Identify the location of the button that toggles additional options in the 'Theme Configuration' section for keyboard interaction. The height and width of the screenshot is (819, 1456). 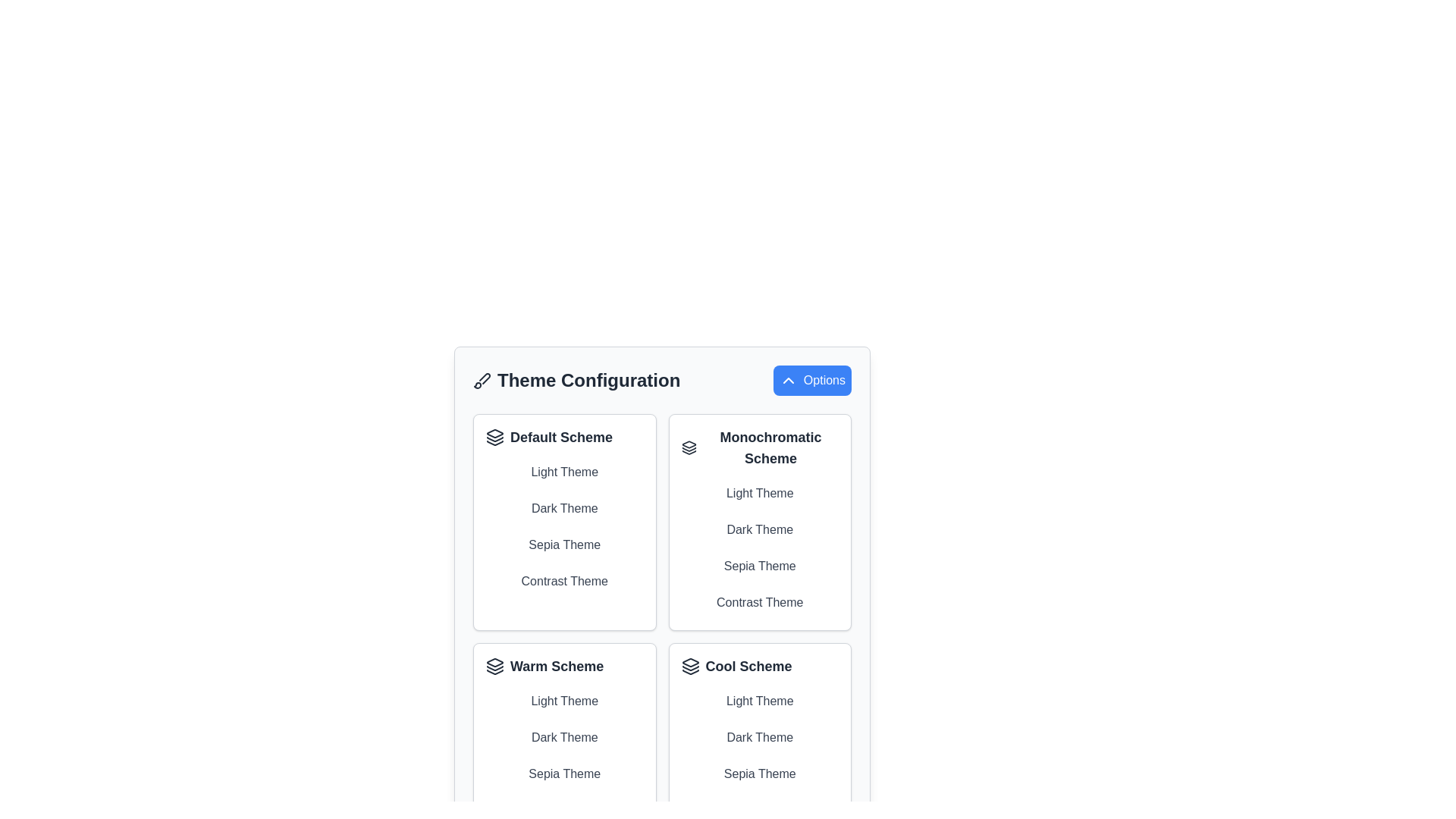
(811, 379).